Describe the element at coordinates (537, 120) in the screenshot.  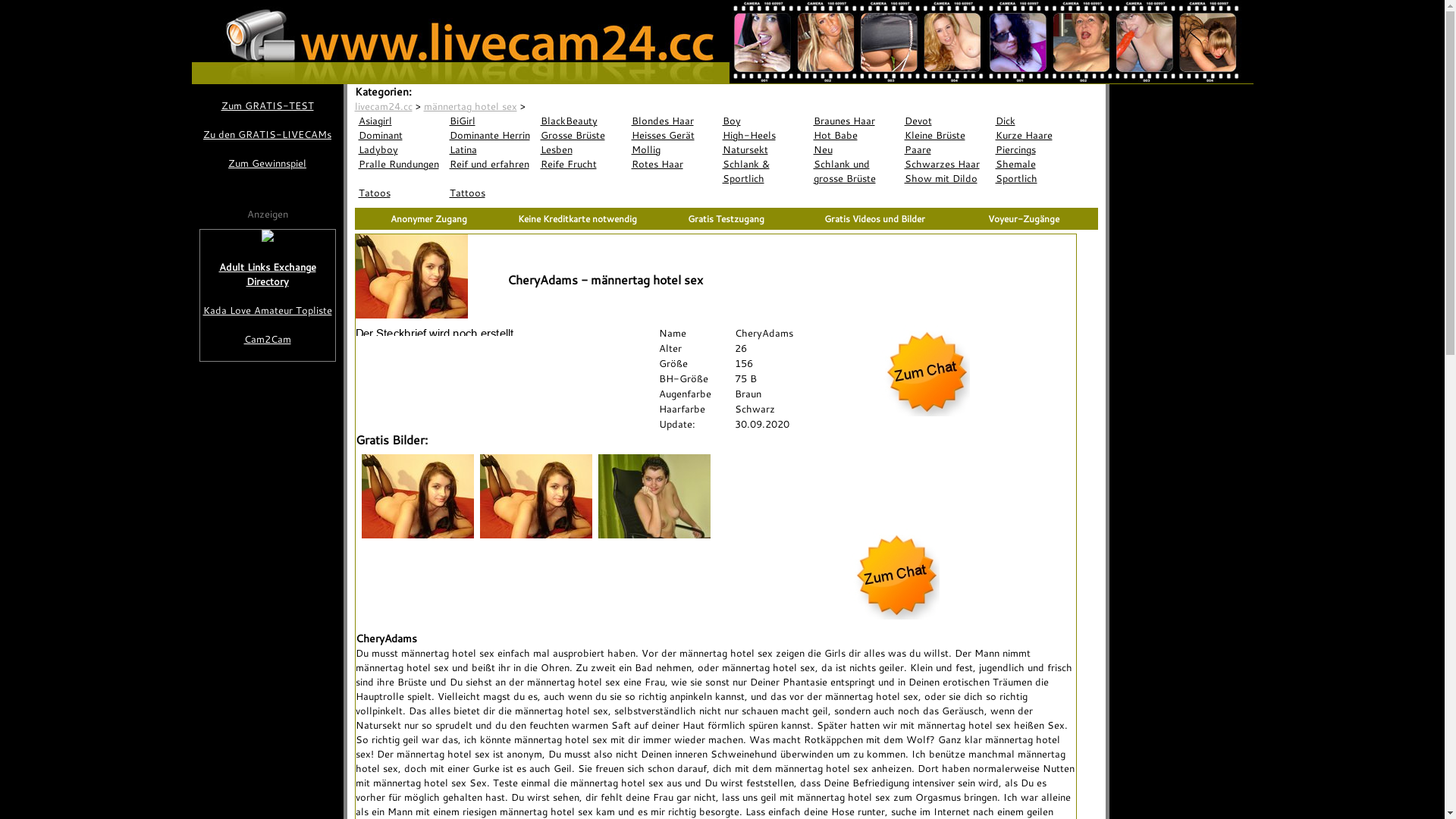
I see `'BlackBeauty'` at that location.